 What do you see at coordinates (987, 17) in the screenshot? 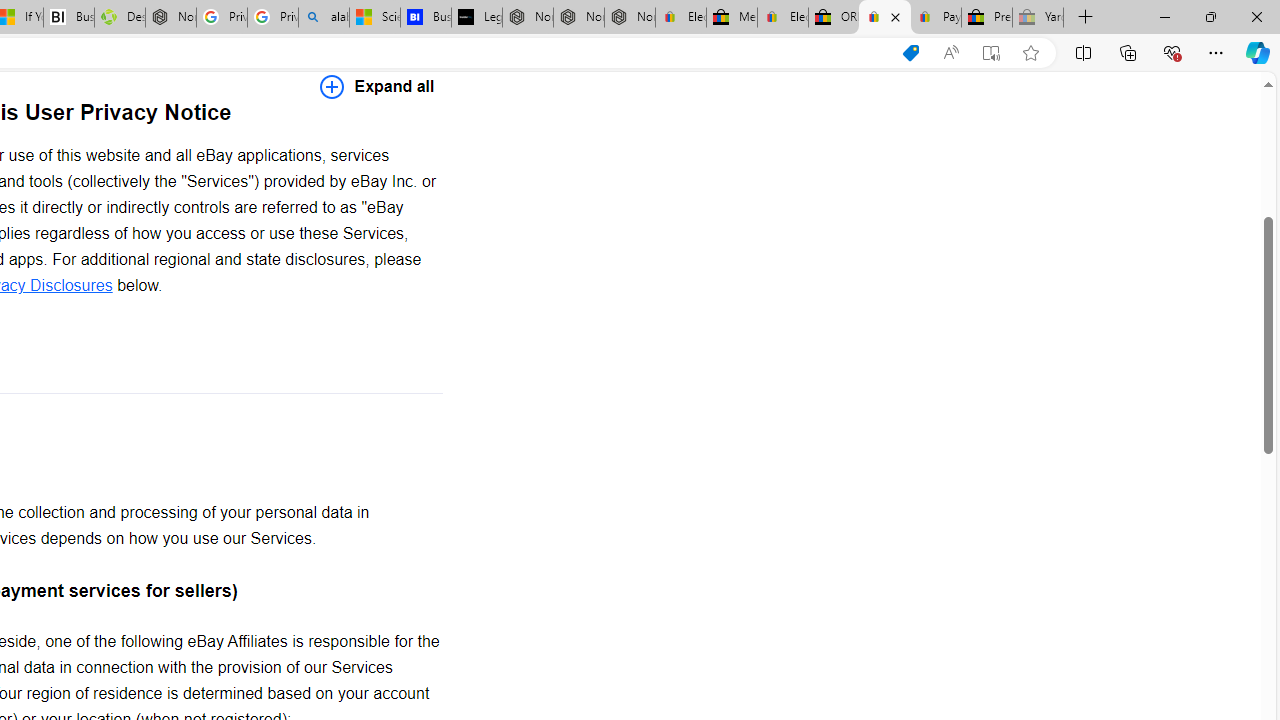
I see `'Press Room - eBay Inc.'` at bounding box center [987, 17].